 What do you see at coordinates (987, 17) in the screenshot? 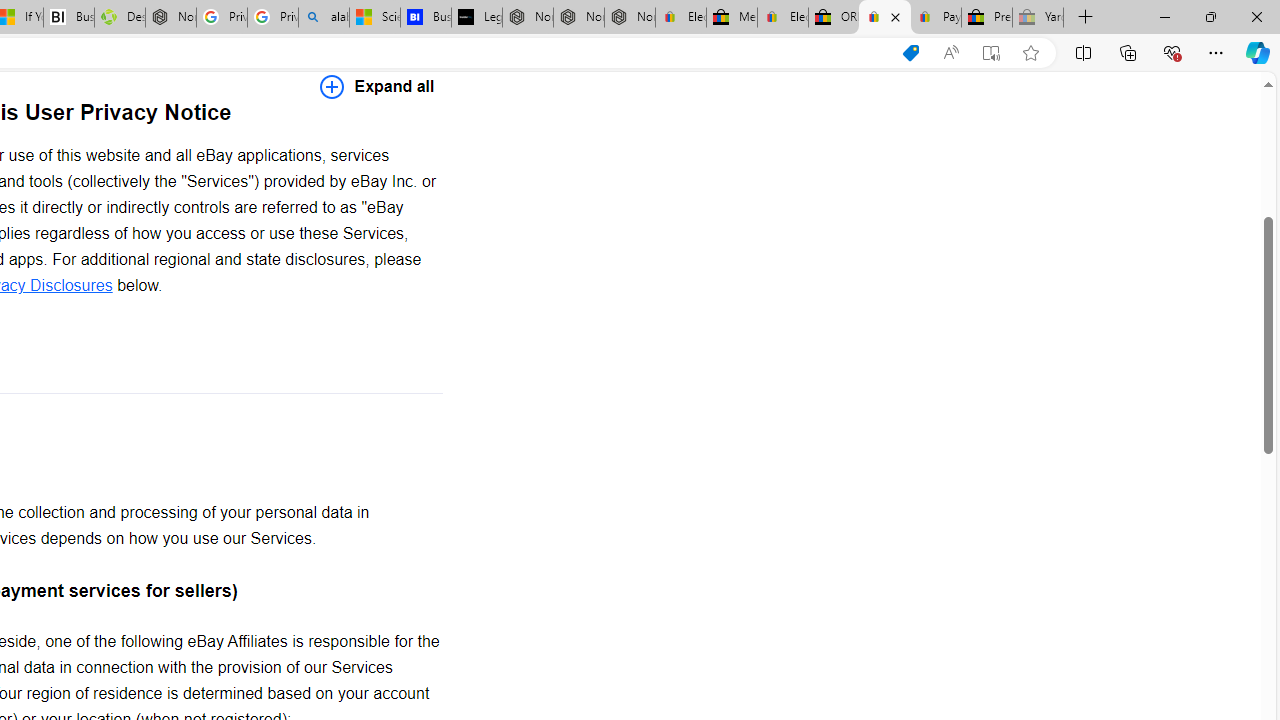
I see `'Press Room - eBay Inc.'` at bounding box center [987, 17].